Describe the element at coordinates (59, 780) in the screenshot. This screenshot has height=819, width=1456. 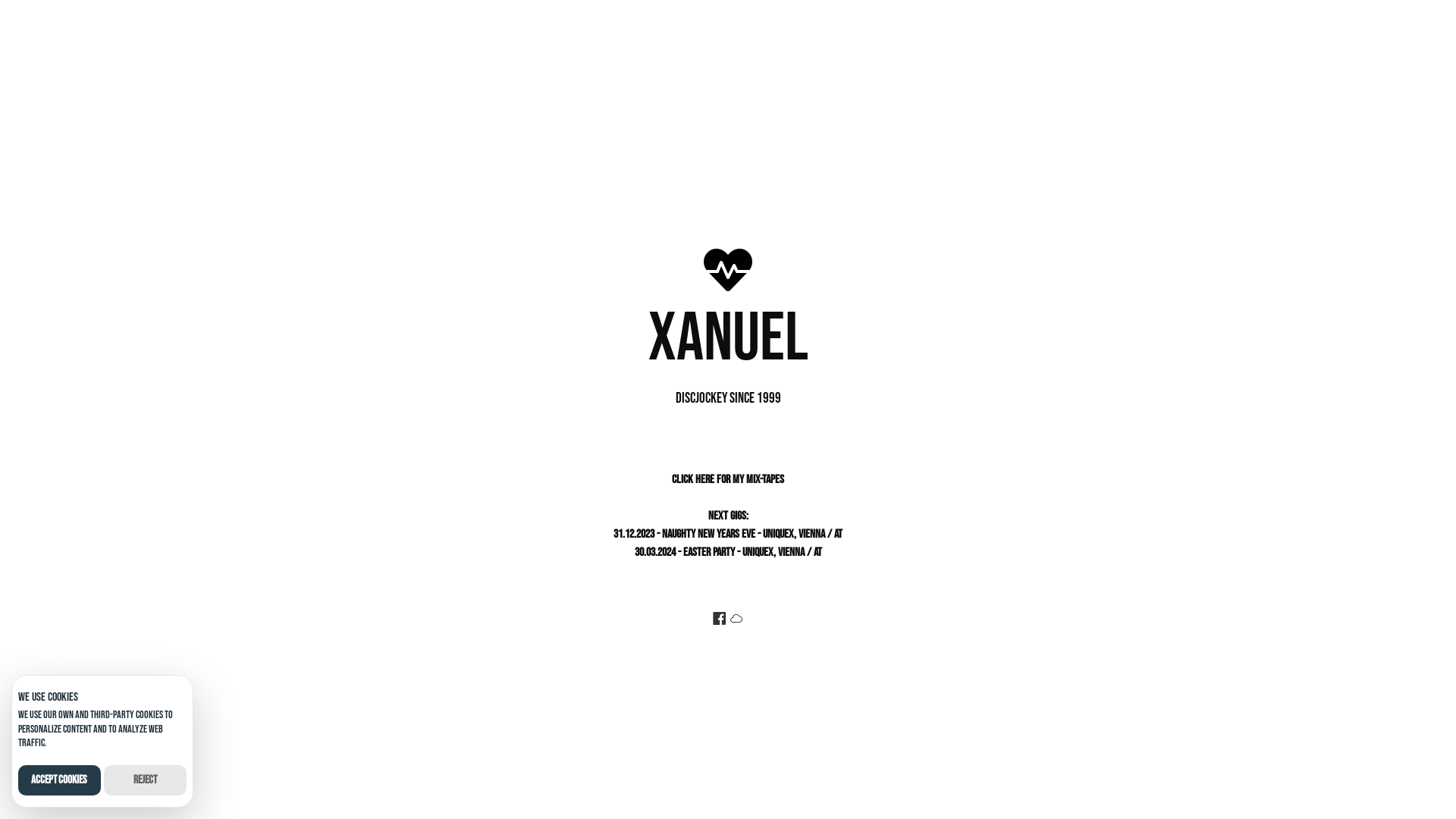
I see `'Accept cookies'` at that location.